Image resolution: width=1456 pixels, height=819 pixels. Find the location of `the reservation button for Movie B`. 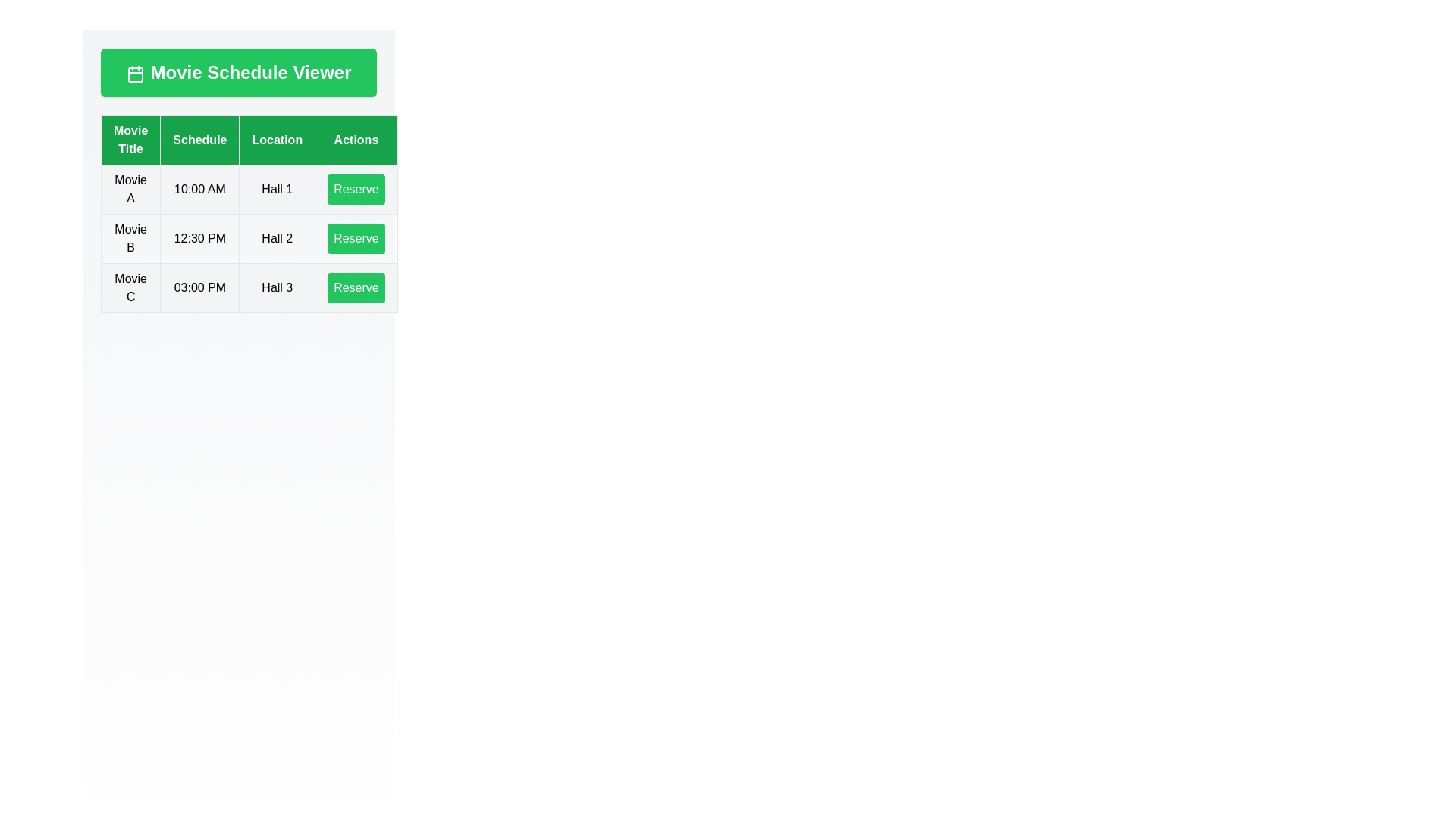

the reservation button for Movie B is located at coordinates (356, 239).